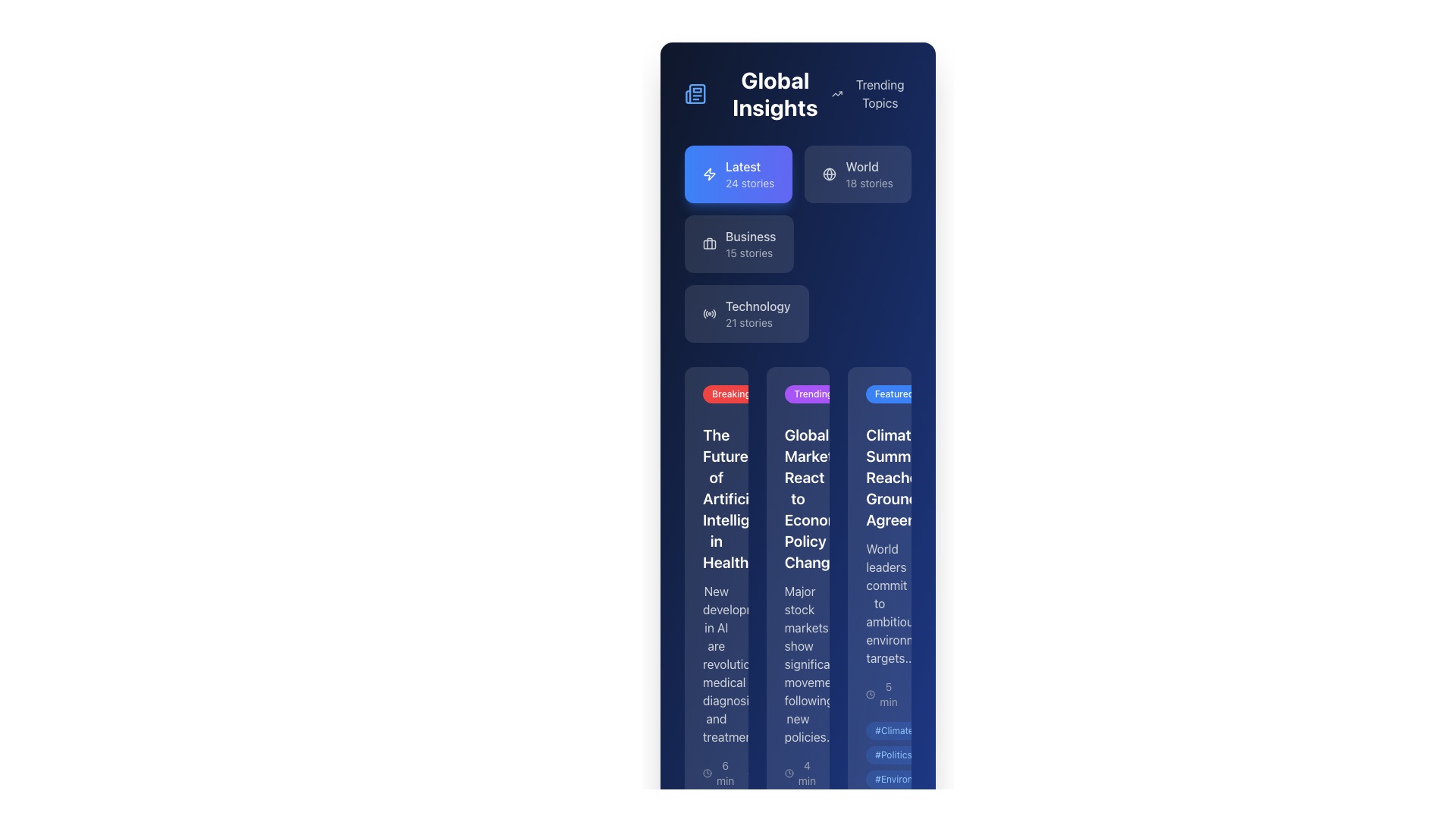  Describe the element at coordinates (715, 663) in the screenshot. I see `the text block that provides a summary of advancements in AI in healthcare, located in the second column below the main heading` at that location.